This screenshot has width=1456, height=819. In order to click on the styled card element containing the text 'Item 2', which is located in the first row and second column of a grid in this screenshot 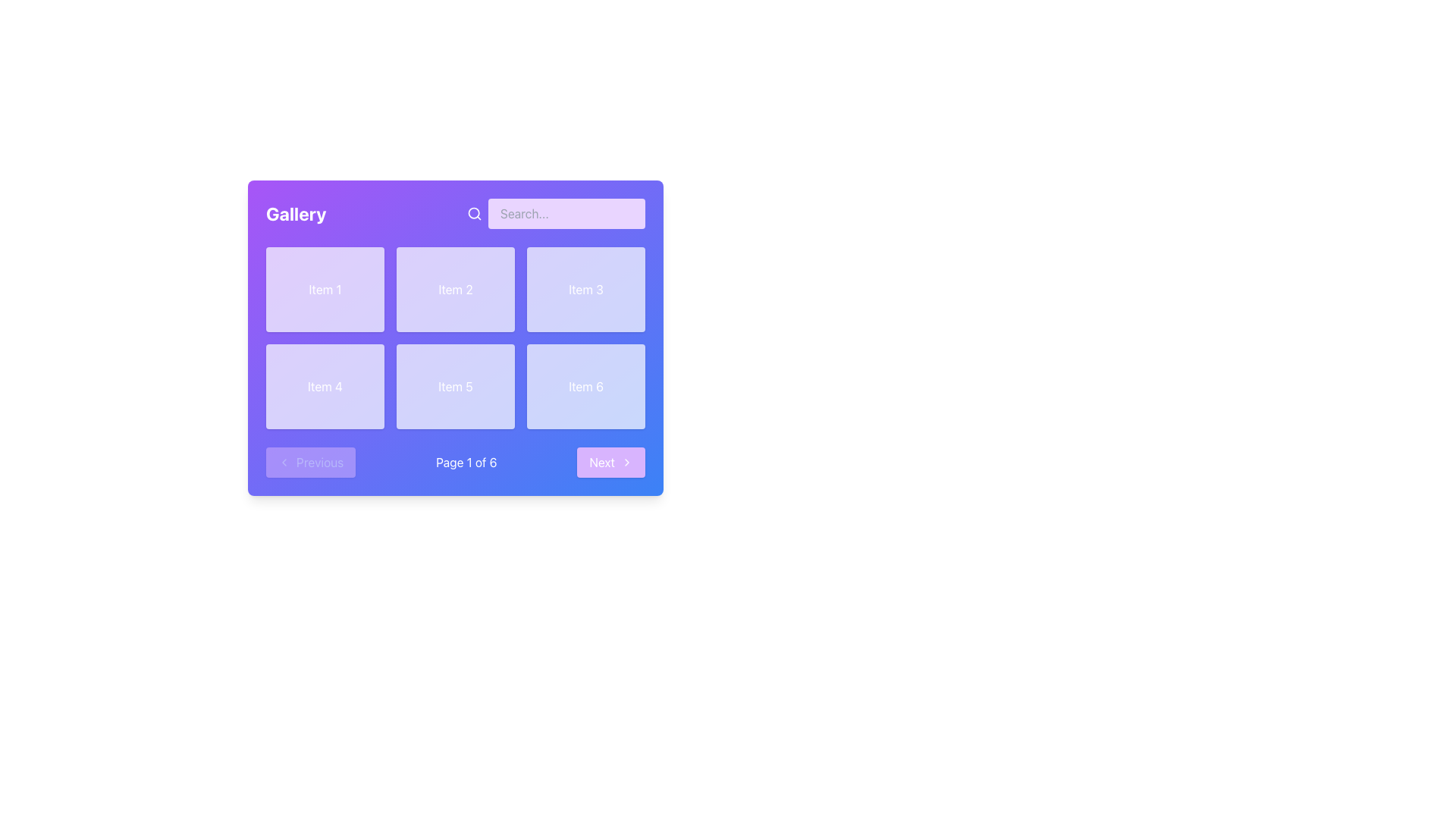, I will do `click(454, 289)`.